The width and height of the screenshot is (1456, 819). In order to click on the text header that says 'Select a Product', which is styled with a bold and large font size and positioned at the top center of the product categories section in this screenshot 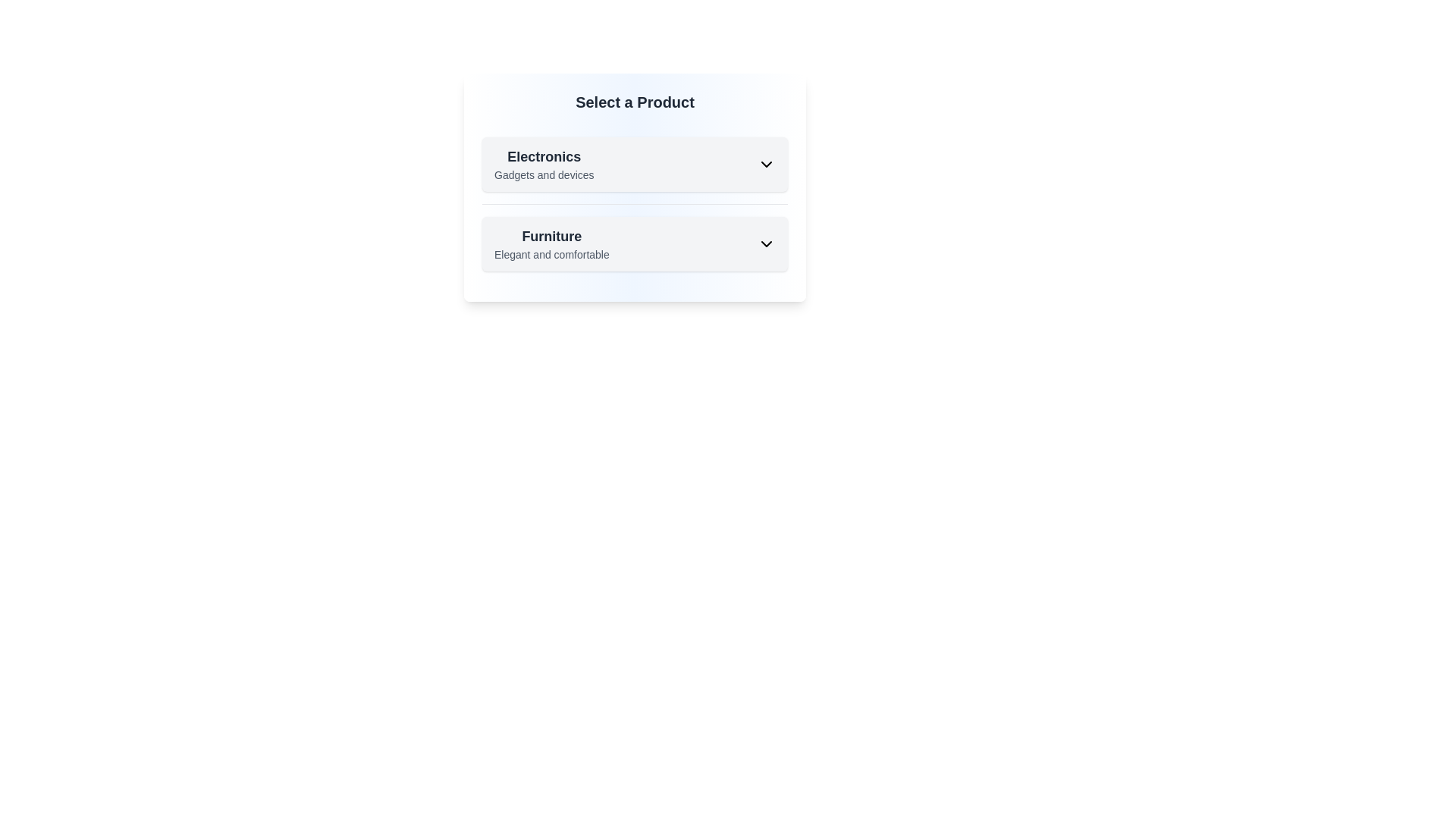, I will do `click(635, 102)`.